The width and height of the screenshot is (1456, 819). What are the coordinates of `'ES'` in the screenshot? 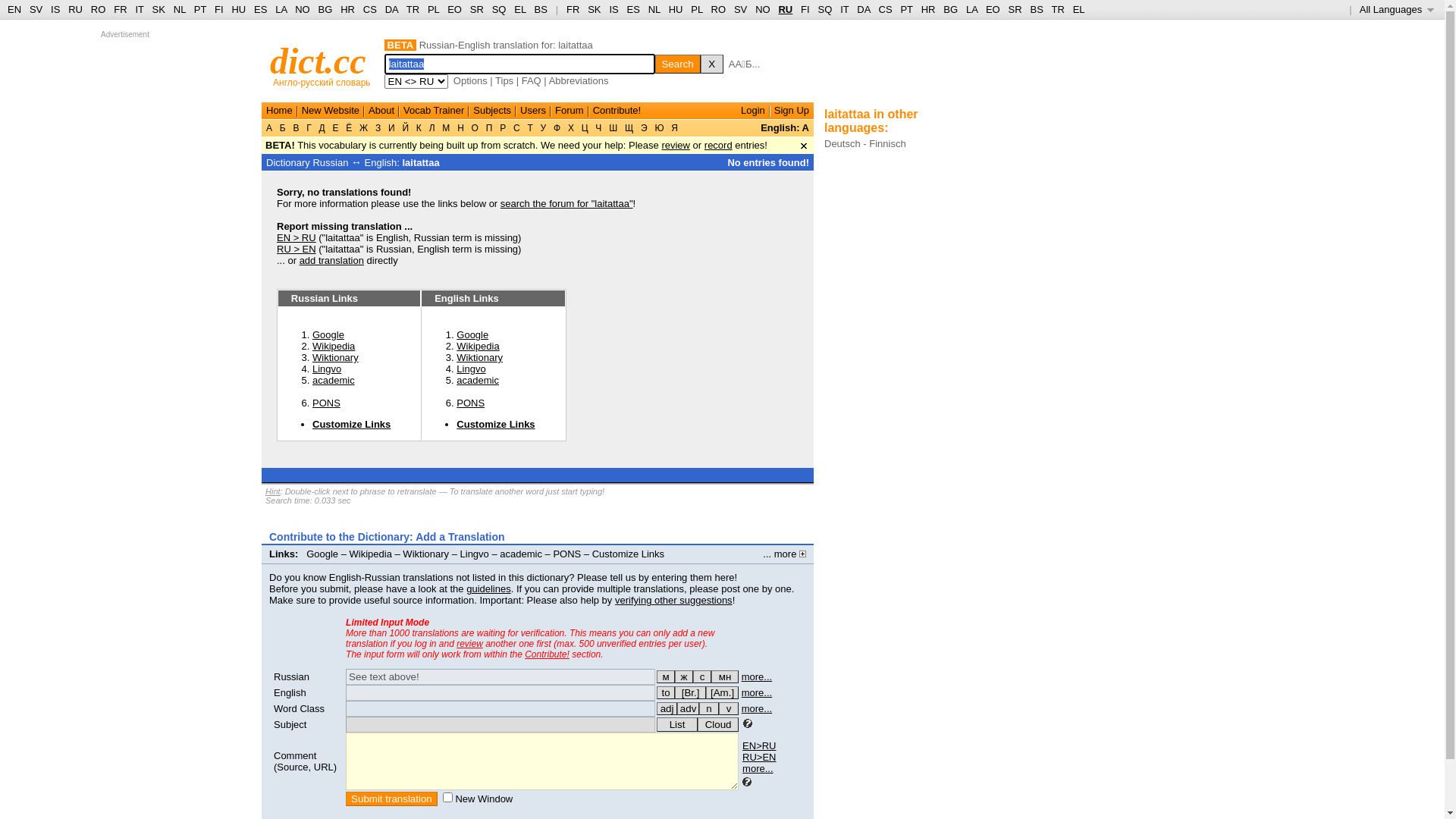 It's located at (260, 9).